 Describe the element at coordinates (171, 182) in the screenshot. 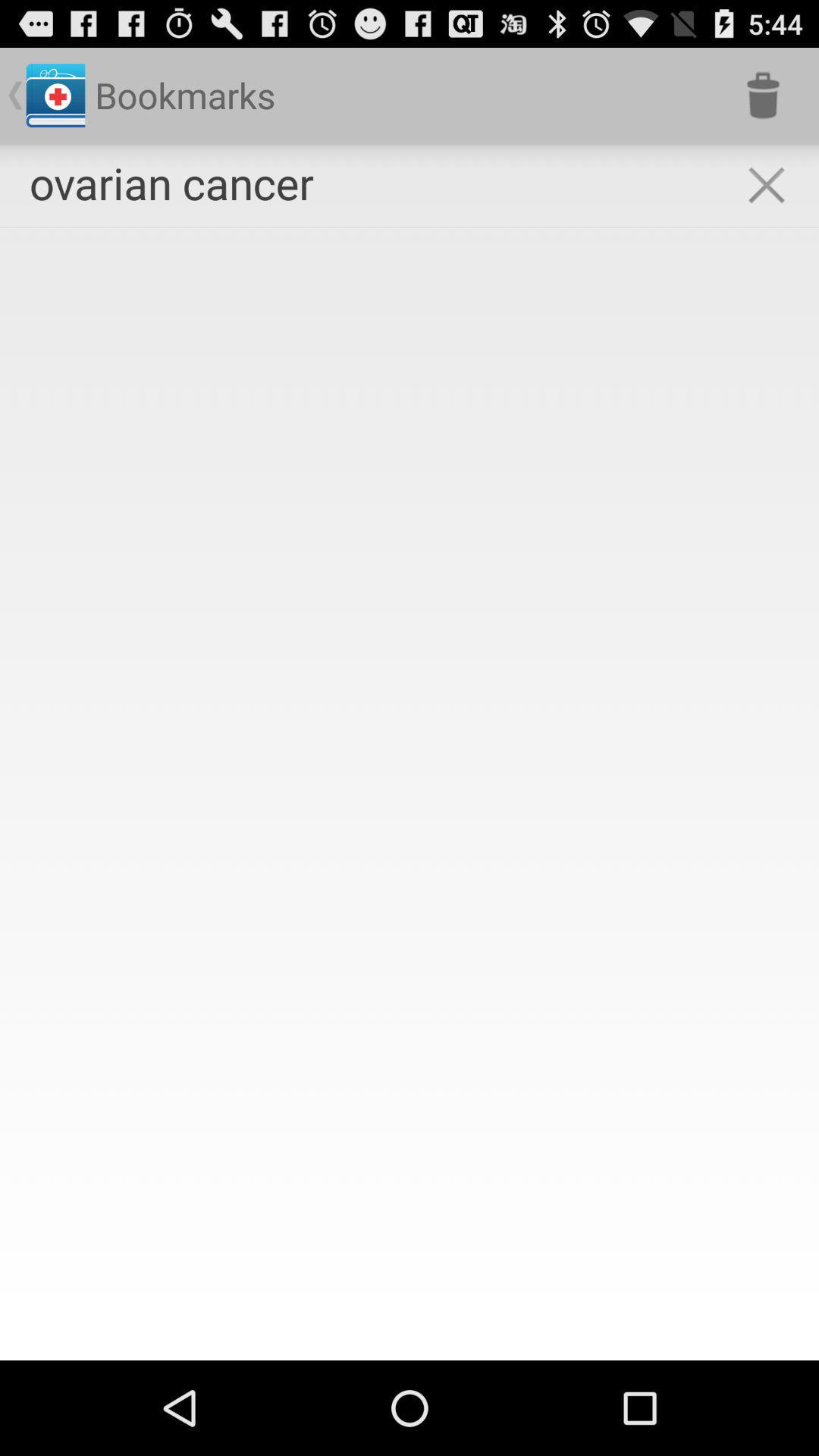

I see `ovarian cancer` at that location.